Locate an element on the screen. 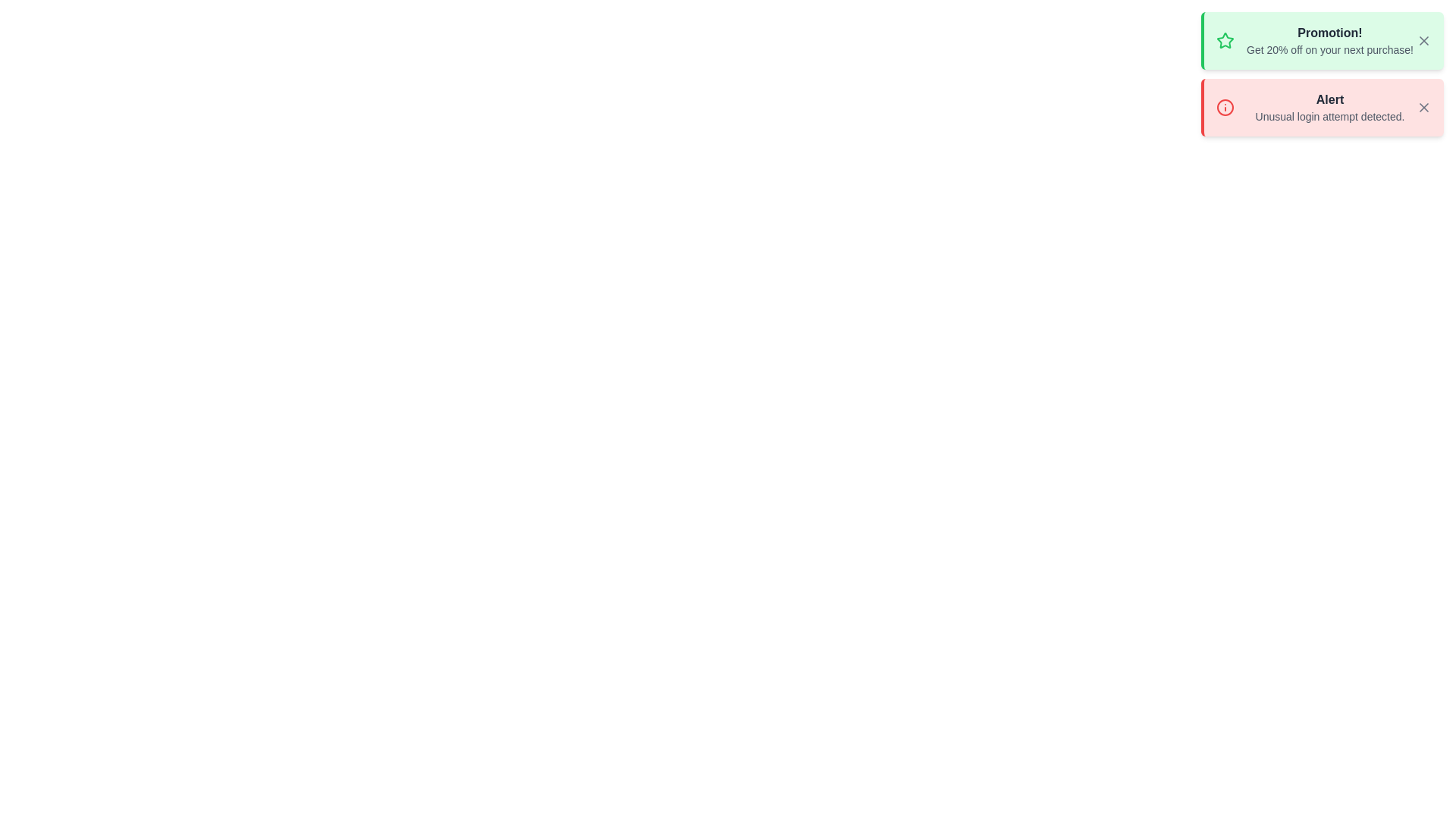  the Text label that serves as a title for the notification message indicating an unusual login attempt detected is located at coordinates (1329, 99).